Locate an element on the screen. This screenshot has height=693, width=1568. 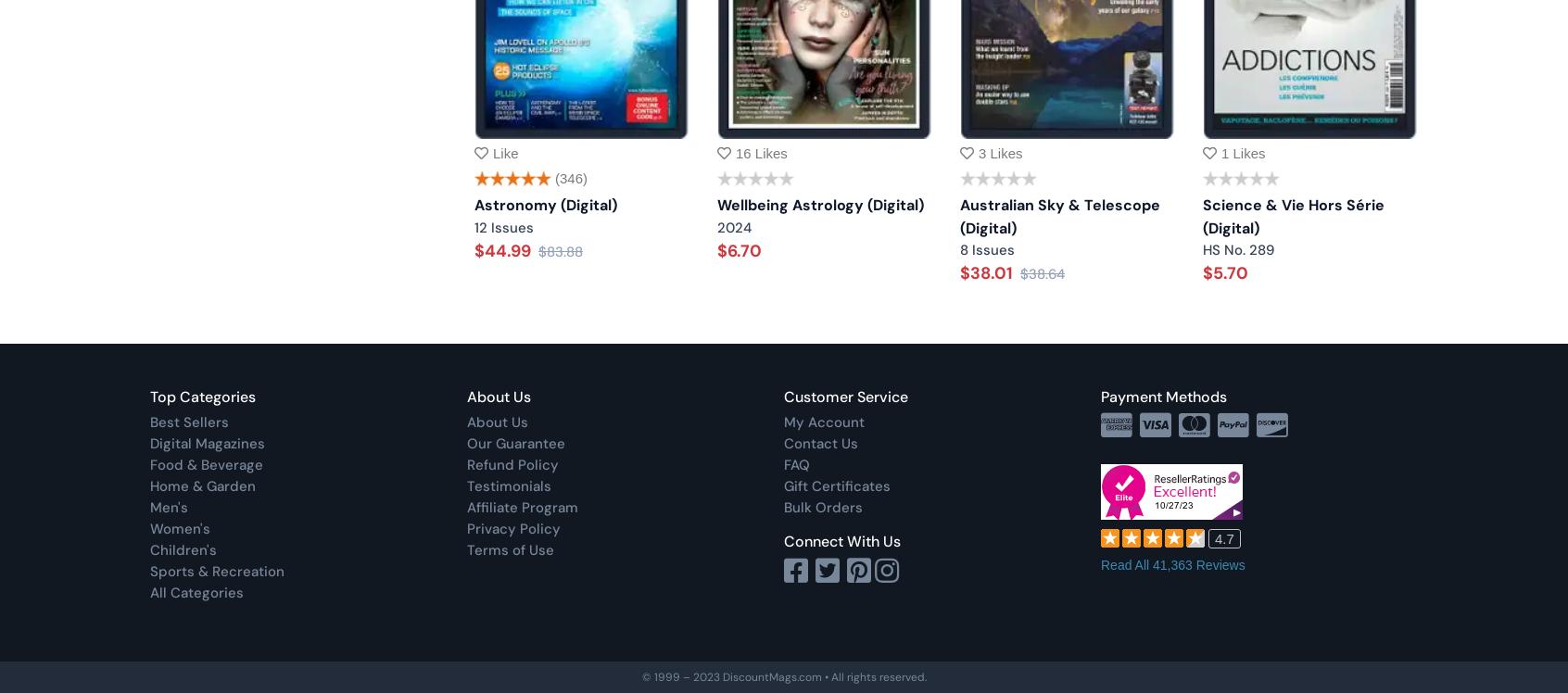
'8 Issues' is located at coordinates (987, 249).